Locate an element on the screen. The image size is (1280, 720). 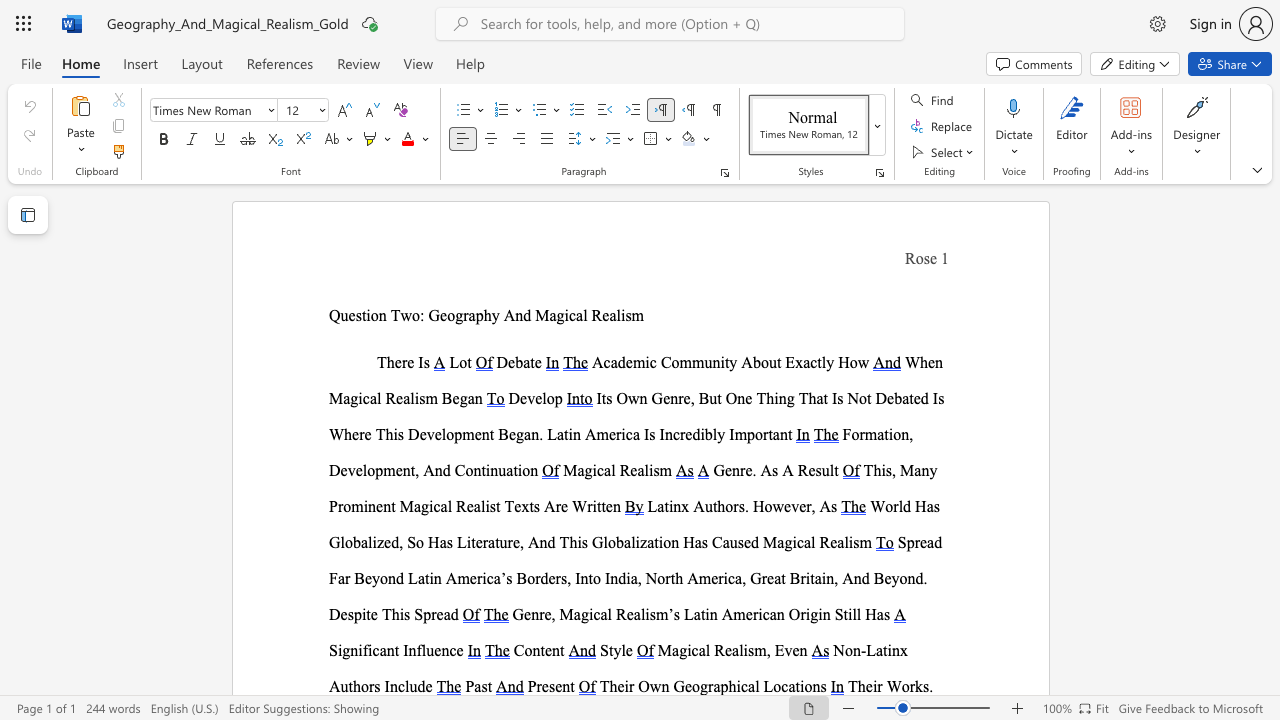
the subset text "cal Loca" within the text "Their Own Geographical Locations" is located at coordinates (739, 685).